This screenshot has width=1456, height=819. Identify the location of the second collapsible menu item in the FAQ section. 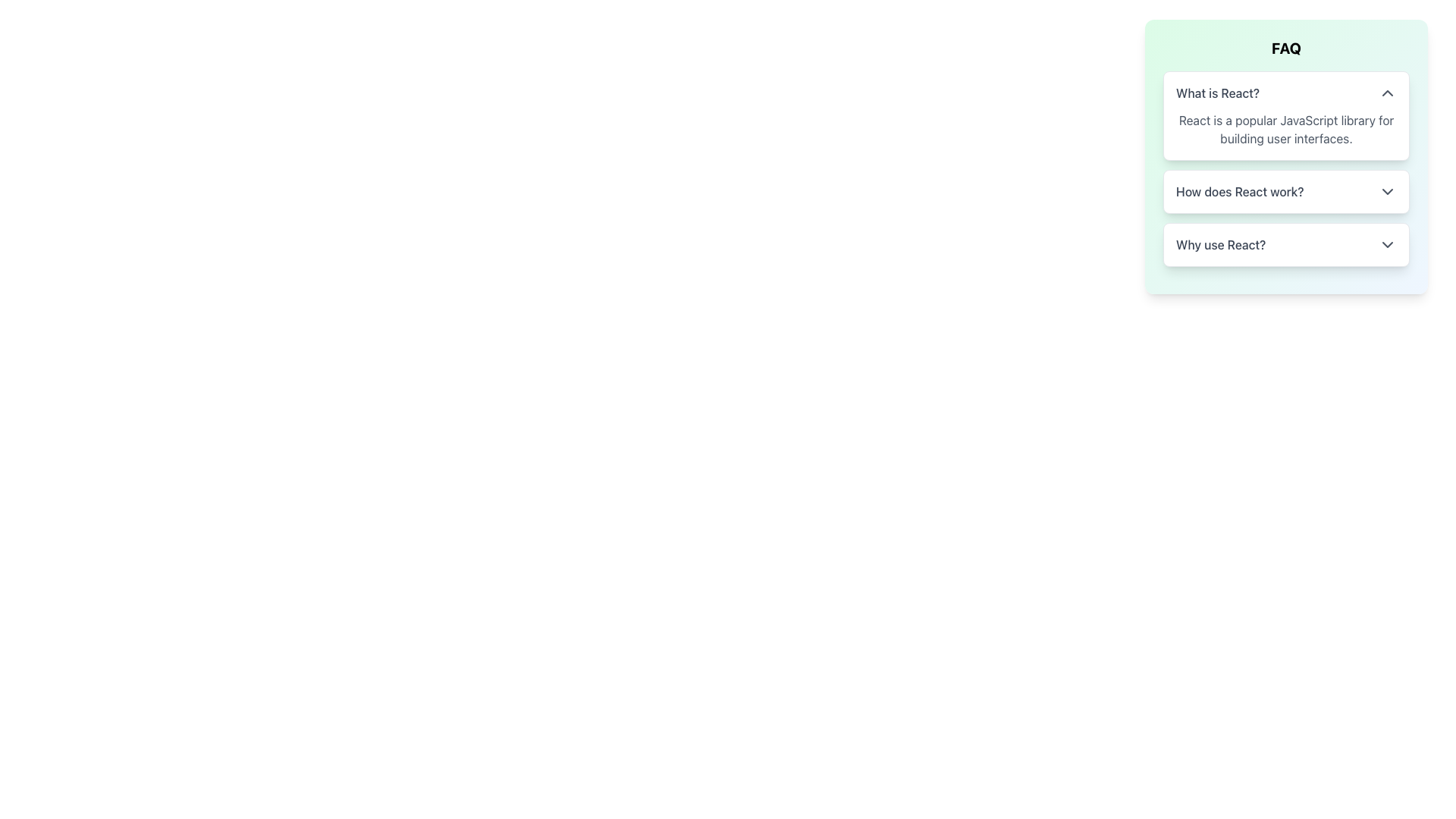
(1285, 191).